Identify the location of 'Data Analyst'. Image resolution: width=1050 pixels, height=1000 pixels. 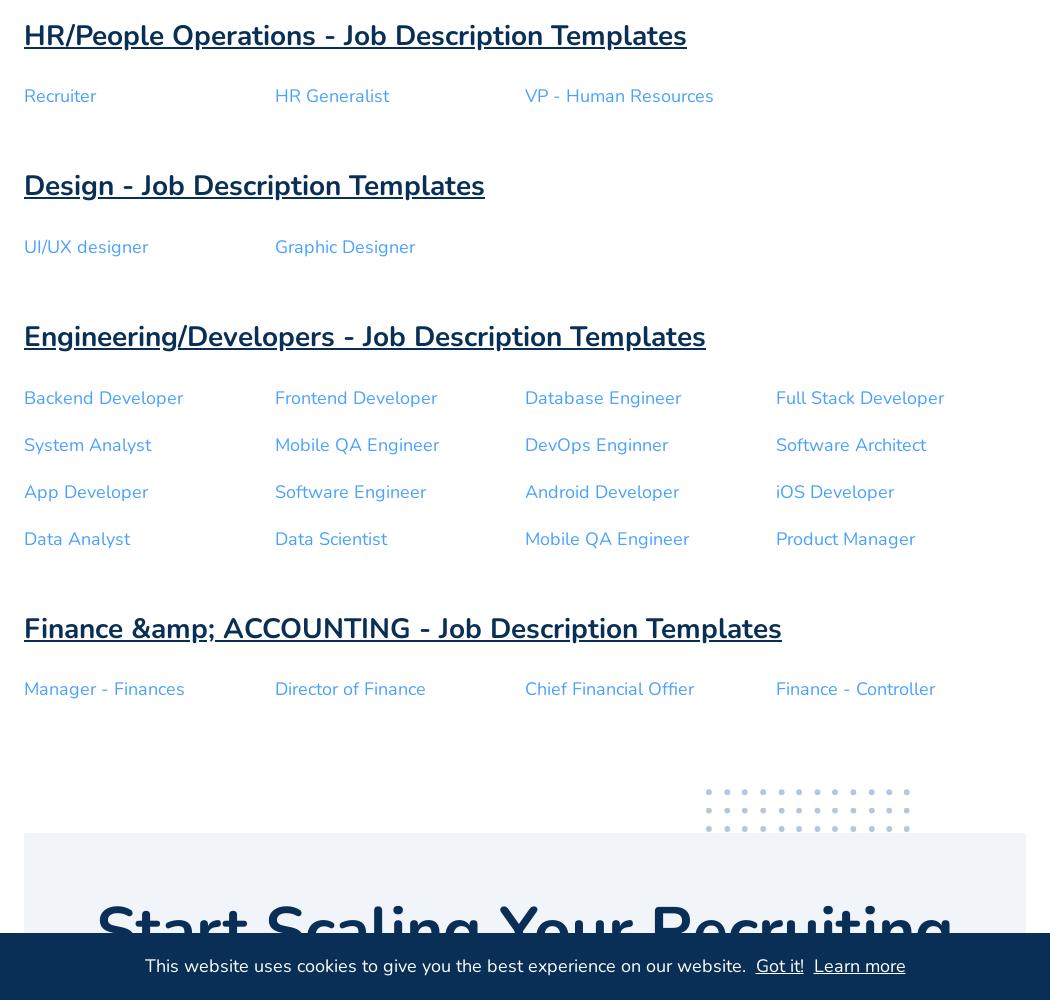
(76, 538).